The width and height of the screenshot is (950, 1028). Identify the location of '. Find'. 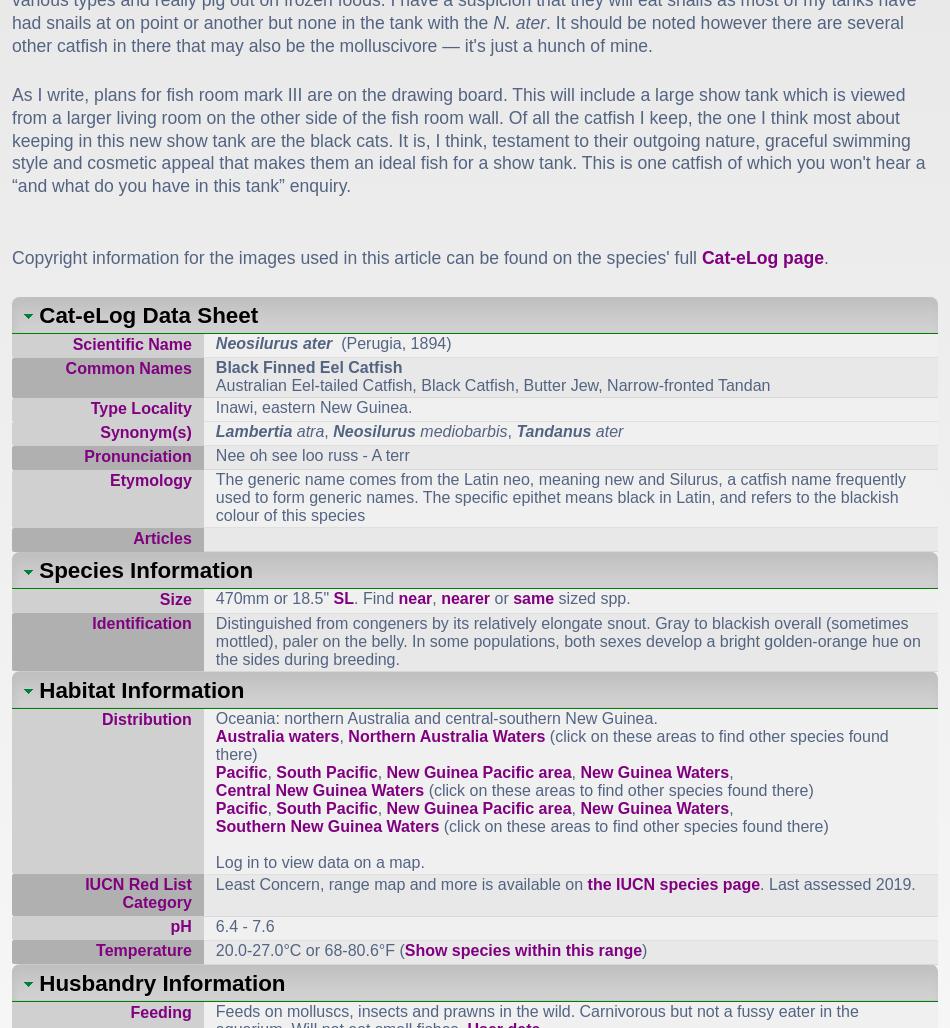
(375, 597).